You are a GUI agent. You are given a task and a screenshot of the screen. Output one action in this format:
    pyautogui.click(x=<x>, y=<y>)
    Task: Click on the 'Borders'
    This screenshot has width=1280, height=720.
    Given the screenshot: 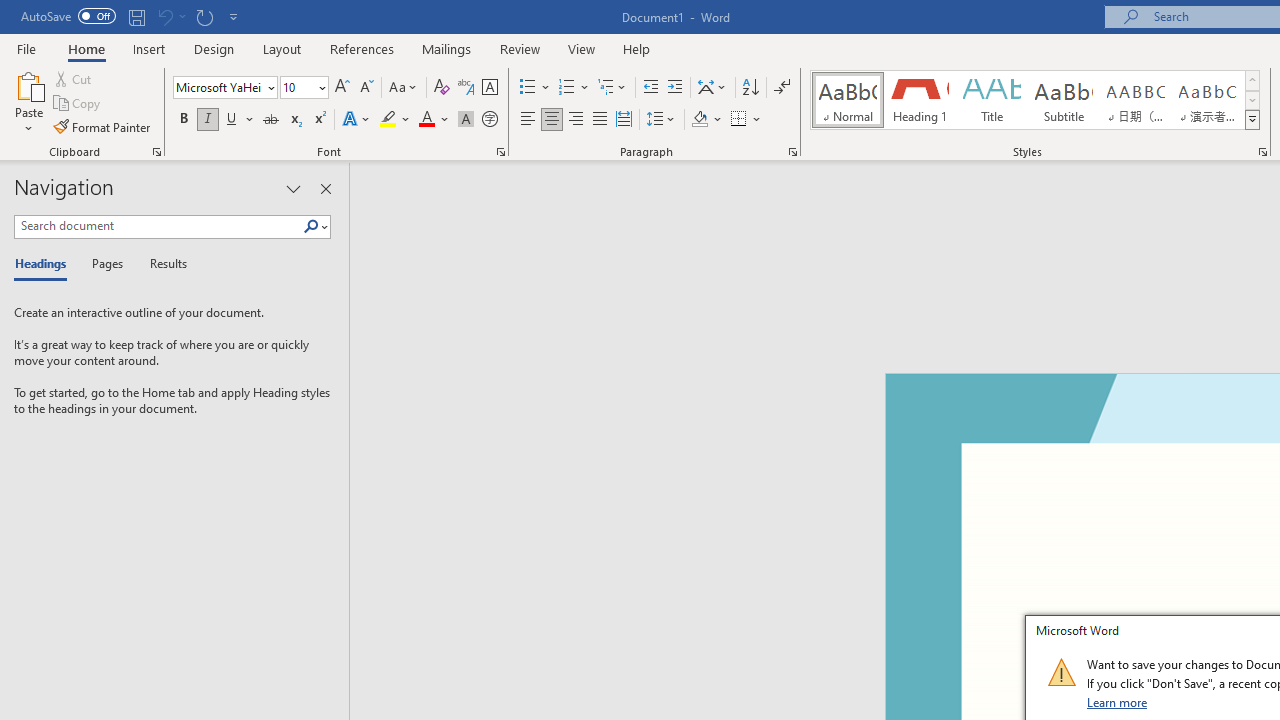 What is the action you would take?
    pyautogui.click(x=738, y=119)
    